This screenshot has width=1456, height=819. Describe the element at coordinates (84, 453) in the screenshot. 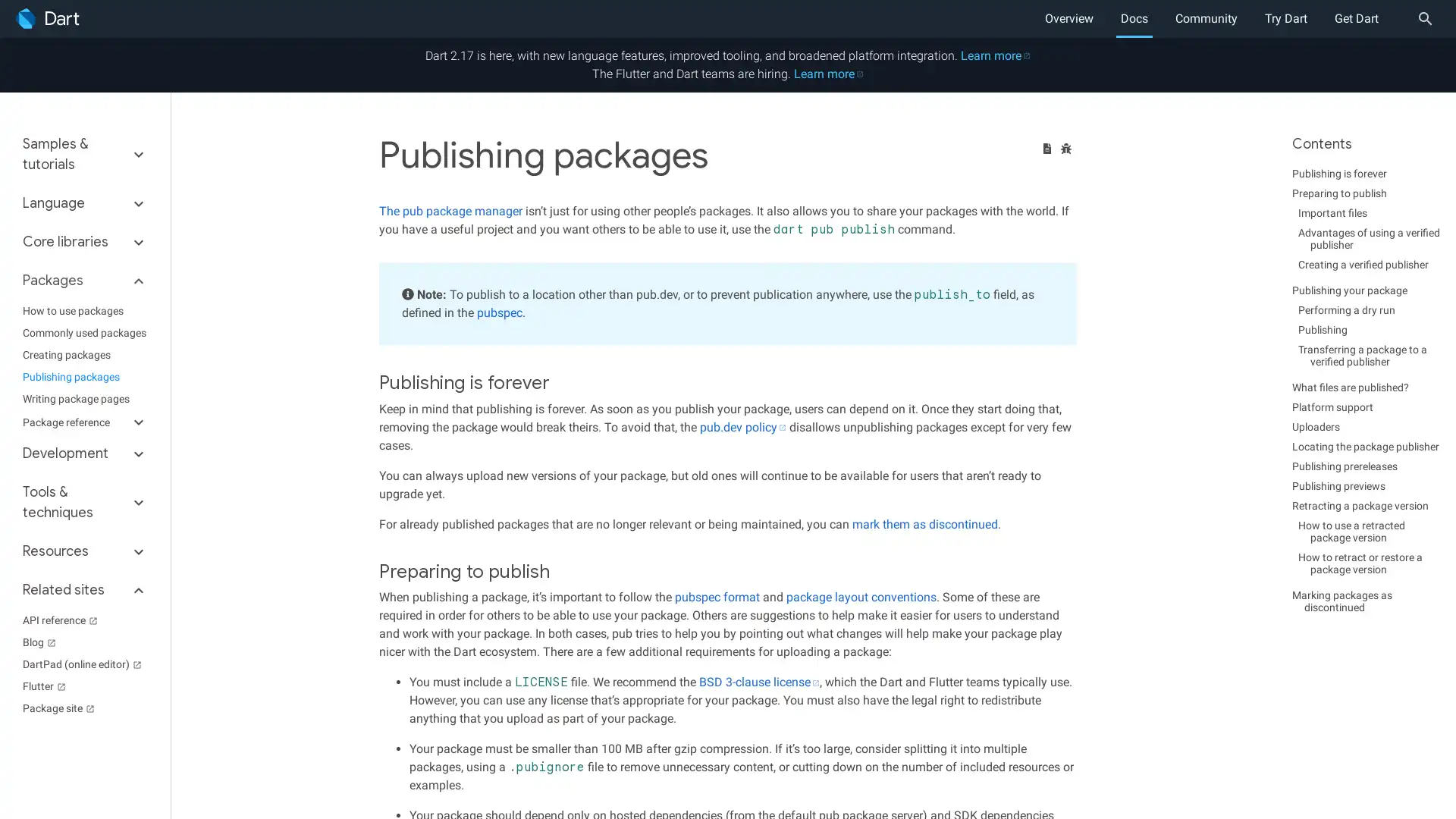

I see `Development keyboard_arrow_down` at that location.